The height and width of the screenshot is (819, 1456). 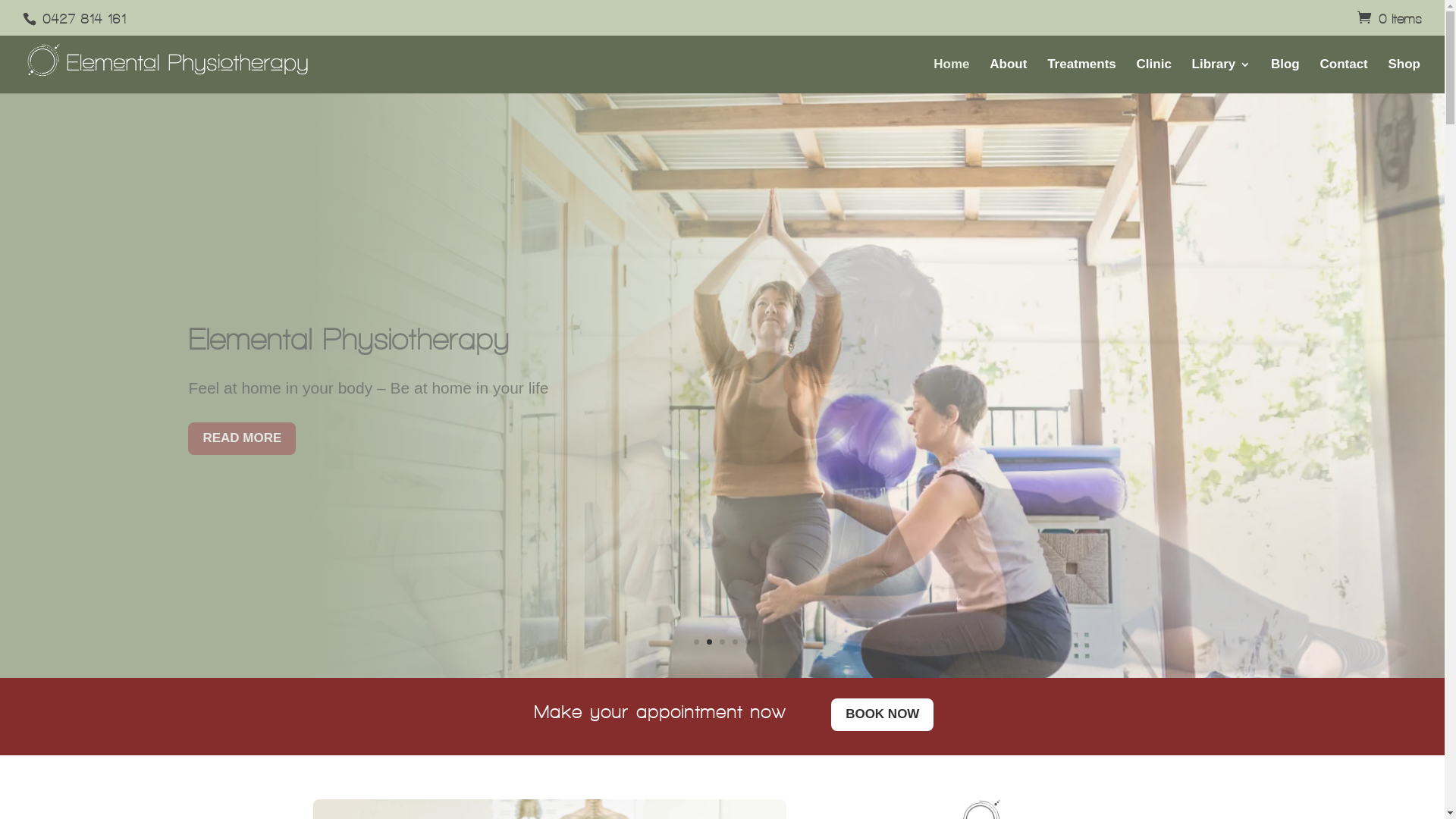 What do you see at coordinates (1403, 76) in the screenshot?
I see `'Shop'` at bounding box center [1403, 76].